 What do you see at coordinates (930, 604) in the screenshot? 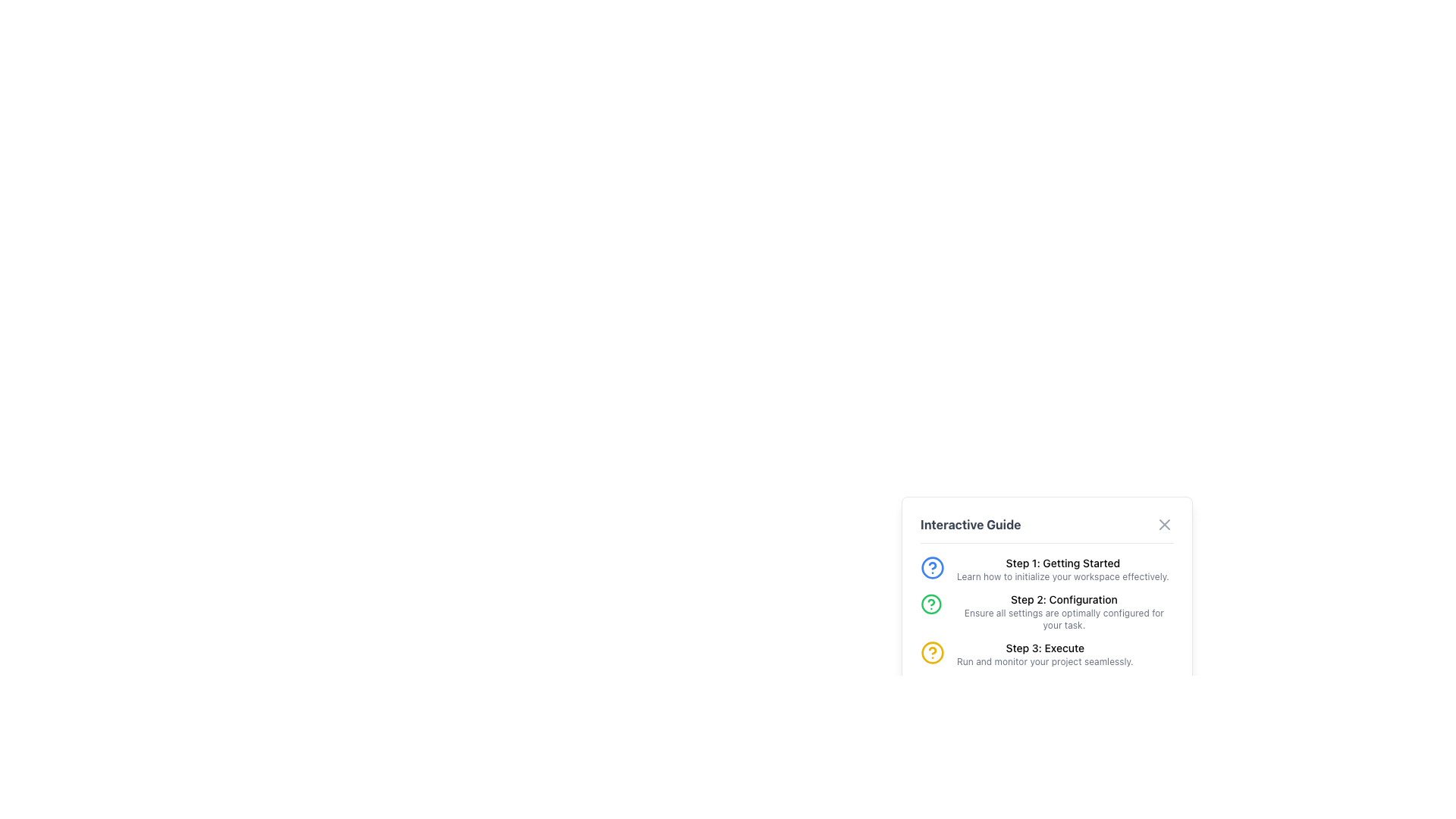
I see `the icon marking the second step in the interactive guide, located to the left of the text 'Step 2: Configuration'` at bounding box center [930, 604].